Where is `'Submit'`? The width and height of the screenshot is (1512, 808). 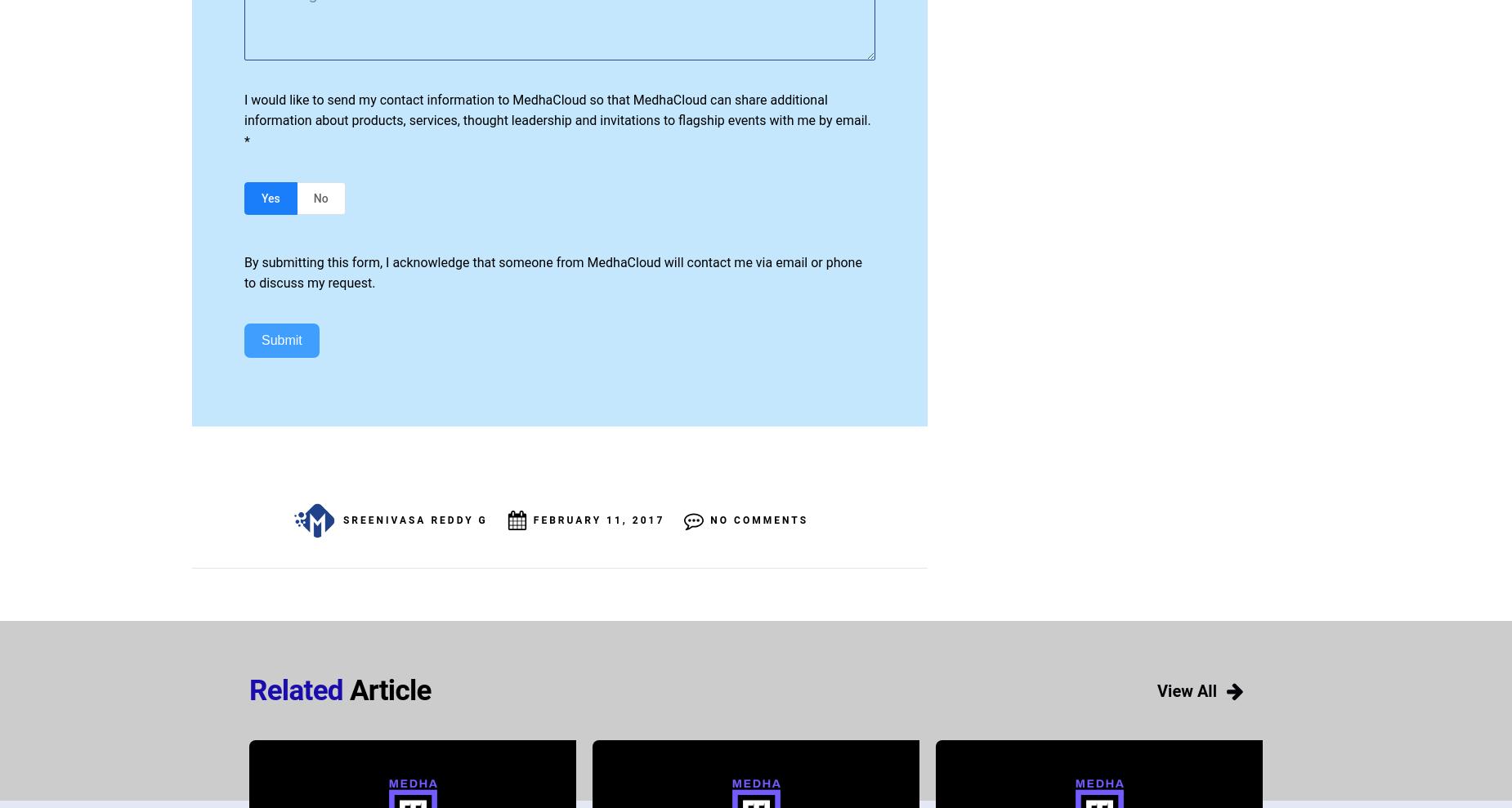 'Submit' is located at coordinates (261, 339).